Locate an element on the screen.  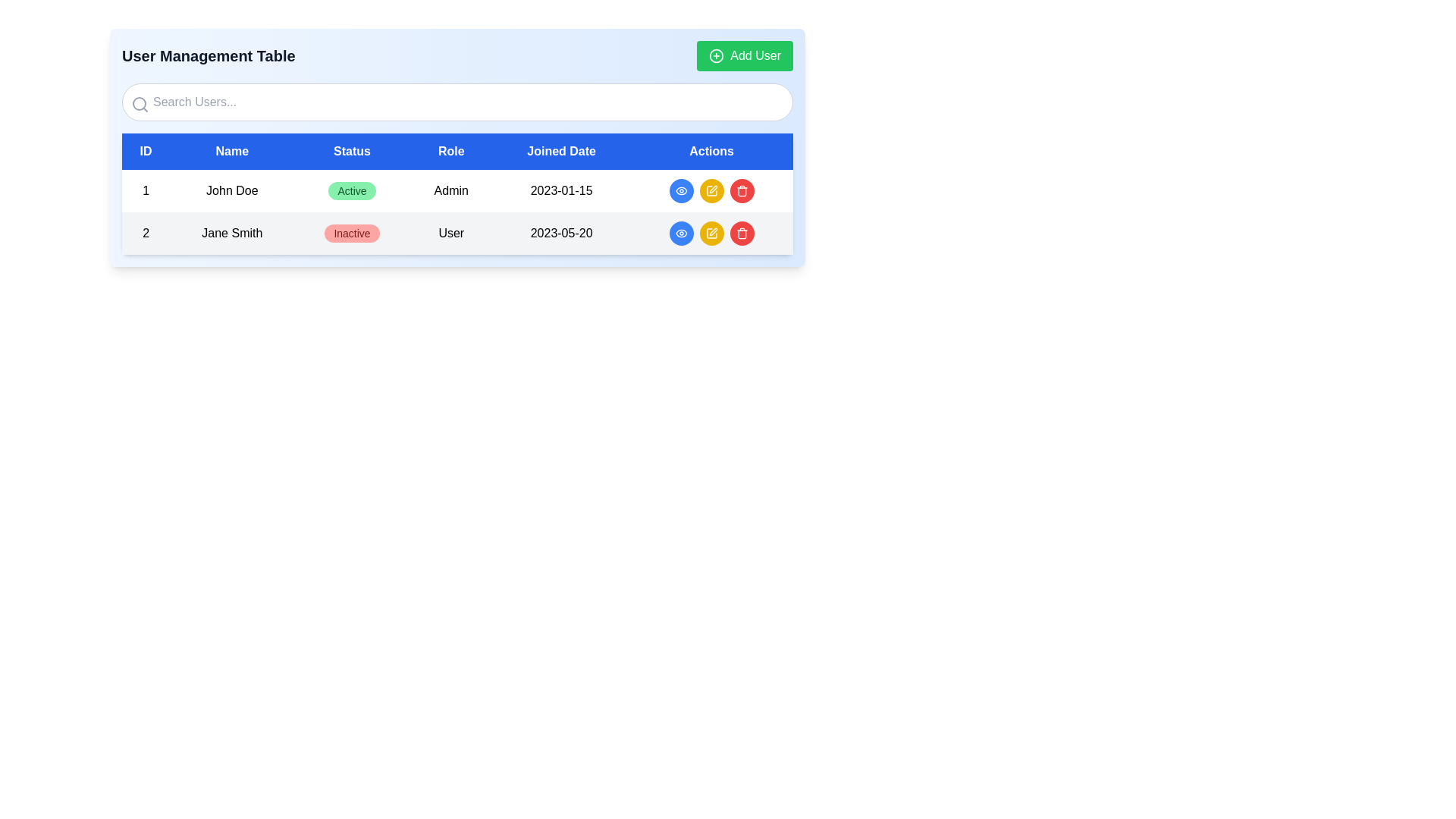
the circular SVG graphic element within the green 'Add User' button at the top-right corner of the interface is located at coordinates (716, 55).